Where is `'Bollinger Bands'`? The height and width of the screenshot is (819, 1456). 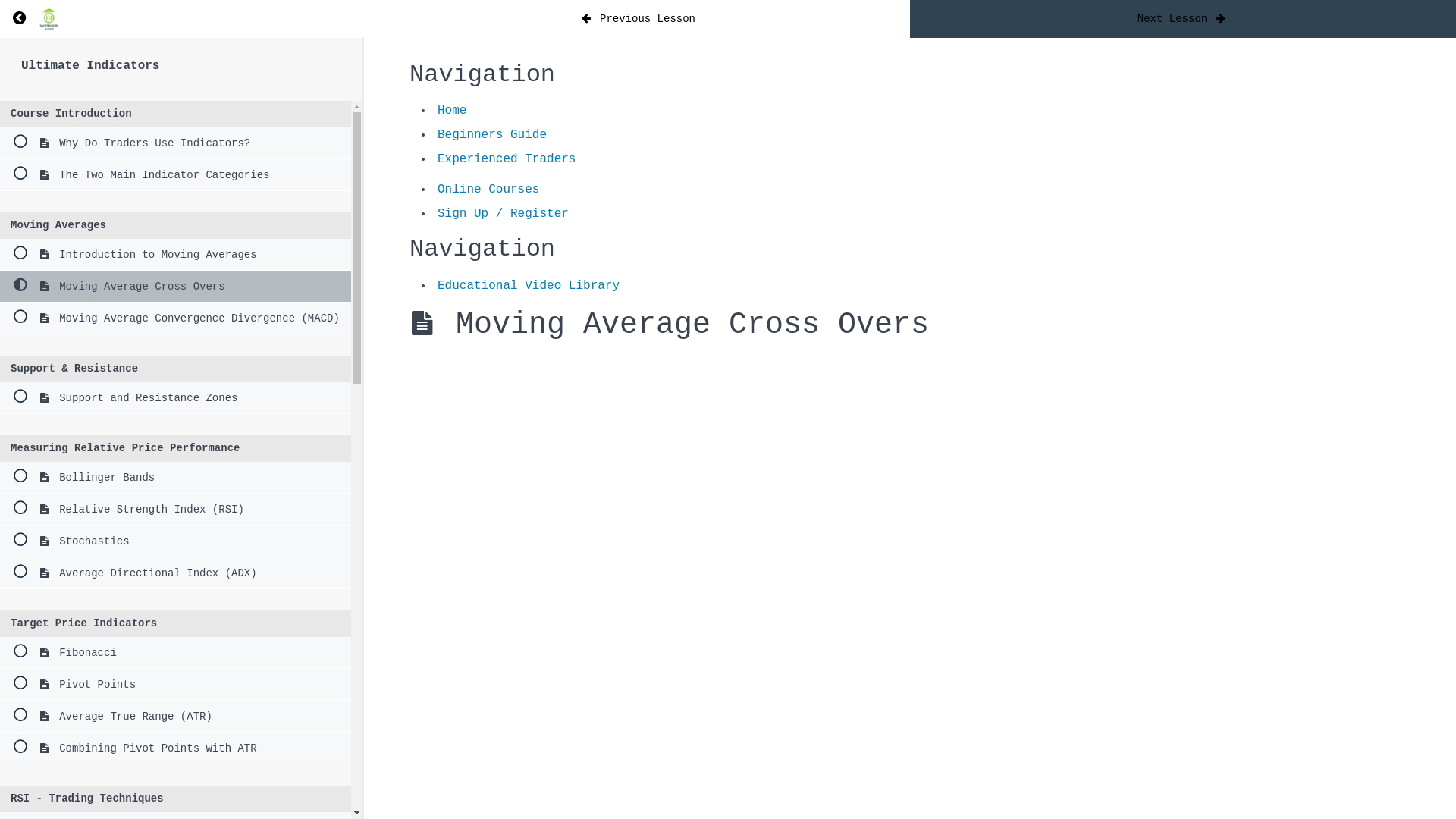
'Bollinger Bands' is located at coordinates (175, 476).